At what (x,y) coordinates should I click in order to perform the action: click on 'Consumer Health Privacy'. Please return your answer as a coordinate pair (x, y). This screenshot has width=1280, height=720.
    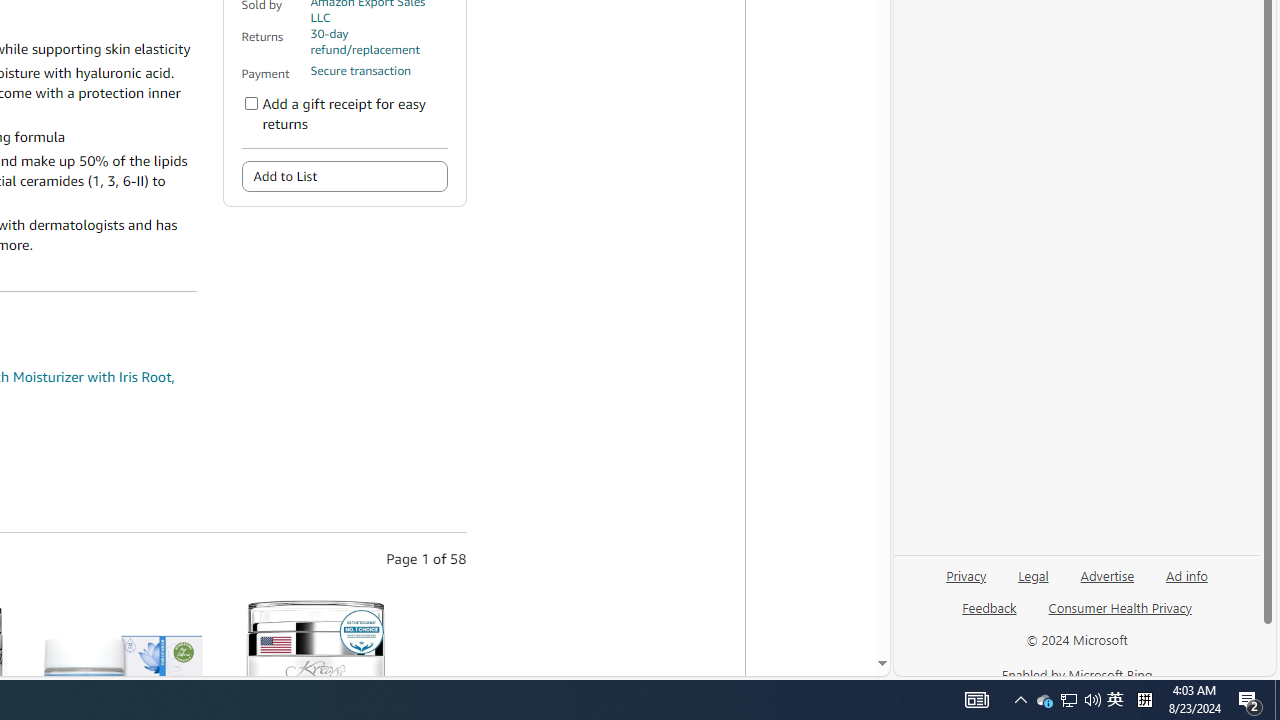
    Looking at the image, I should click on (1120, 606).